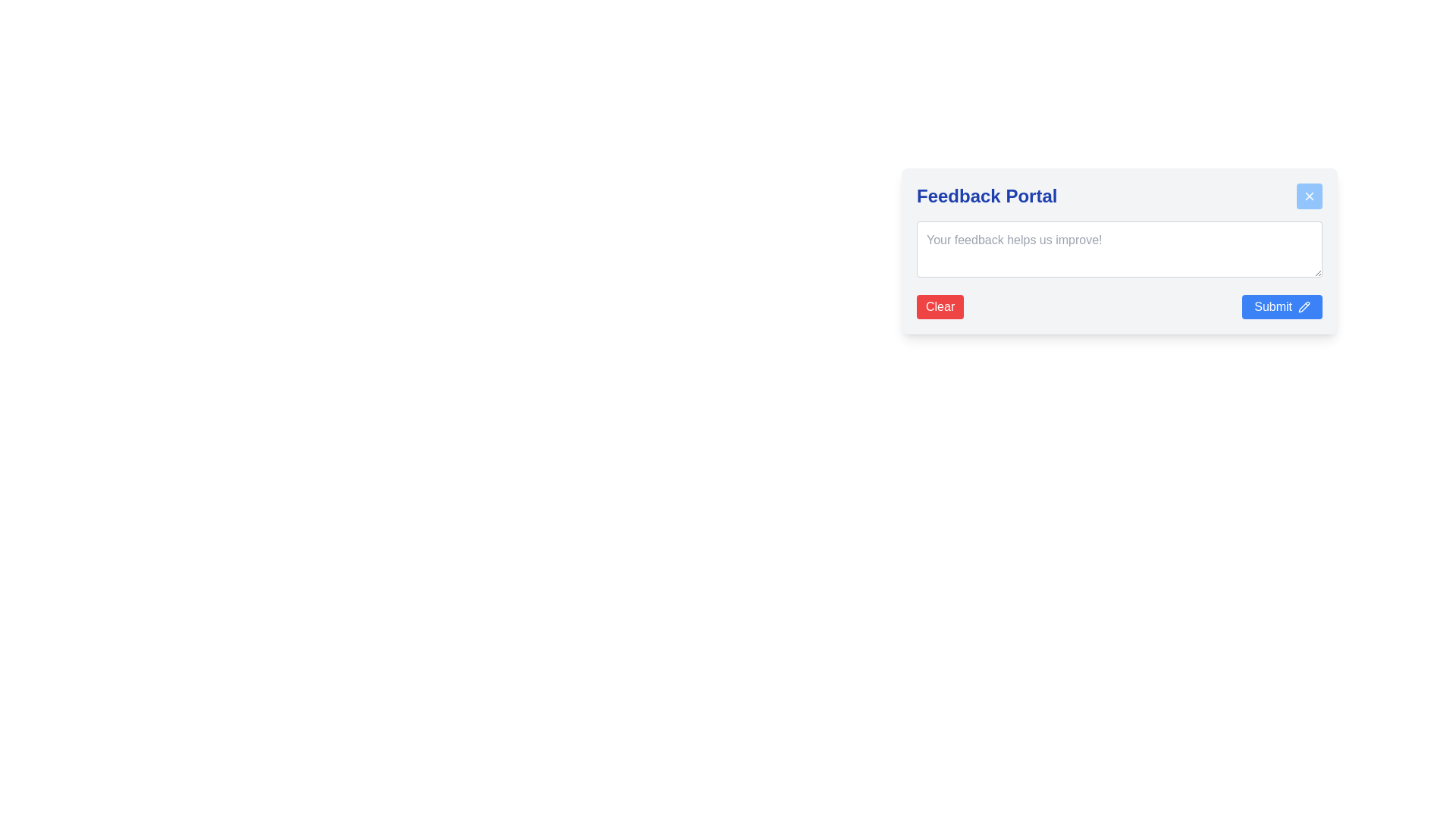 The width and height of the screenshot is (1456, 819). What do you see at coordinates (939, 307) in the screenshot?
I see `the 'Clear' button, which has a red background and white text, located at the bottom of the 'Feedback Portal' section` at bounding box center [939, 307].